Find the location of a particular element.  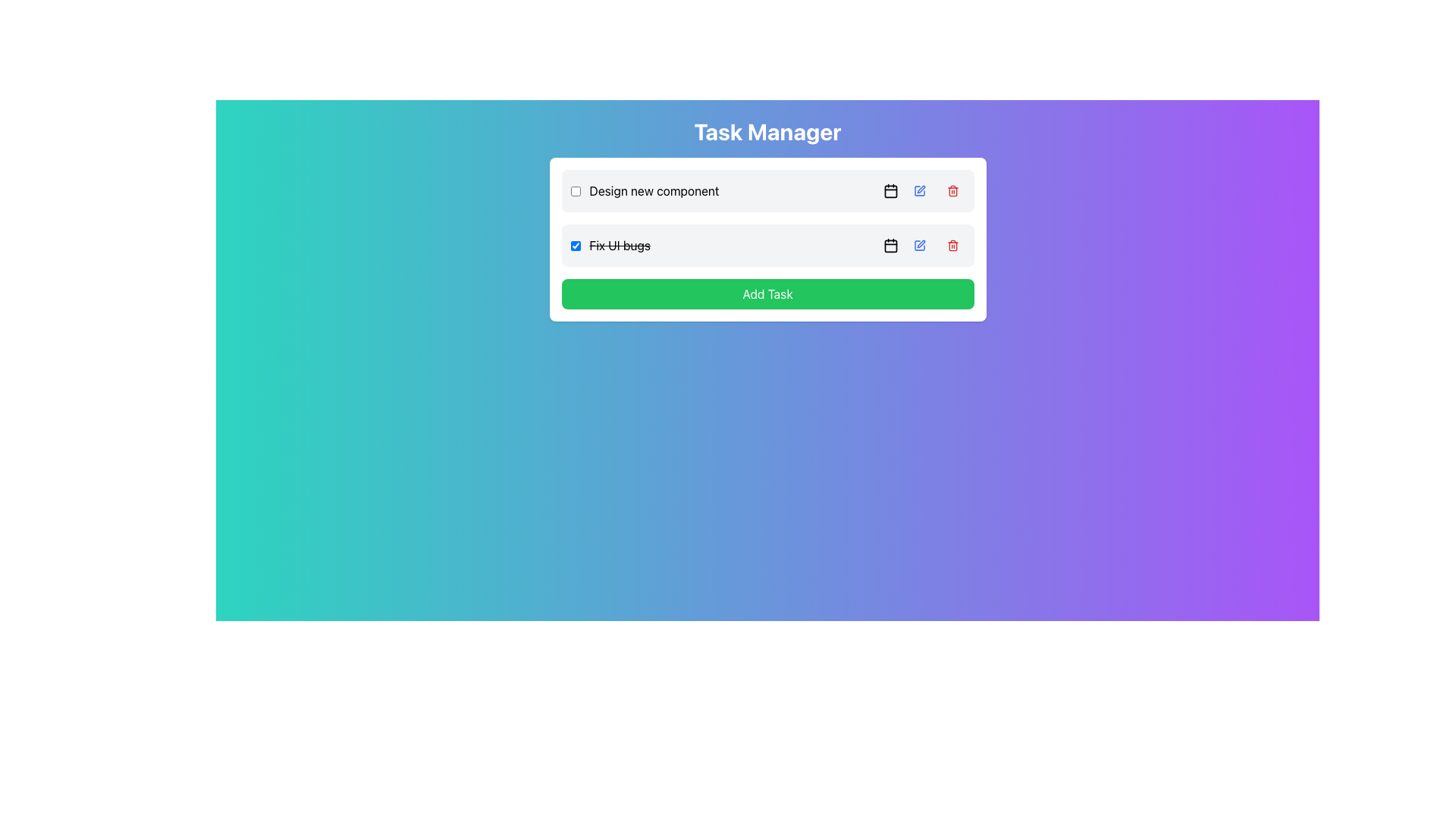

to select the first task item in the task manager interface, located directly above the task item labeled 'Fix UI bugs' is located at coordinates (767, 190).